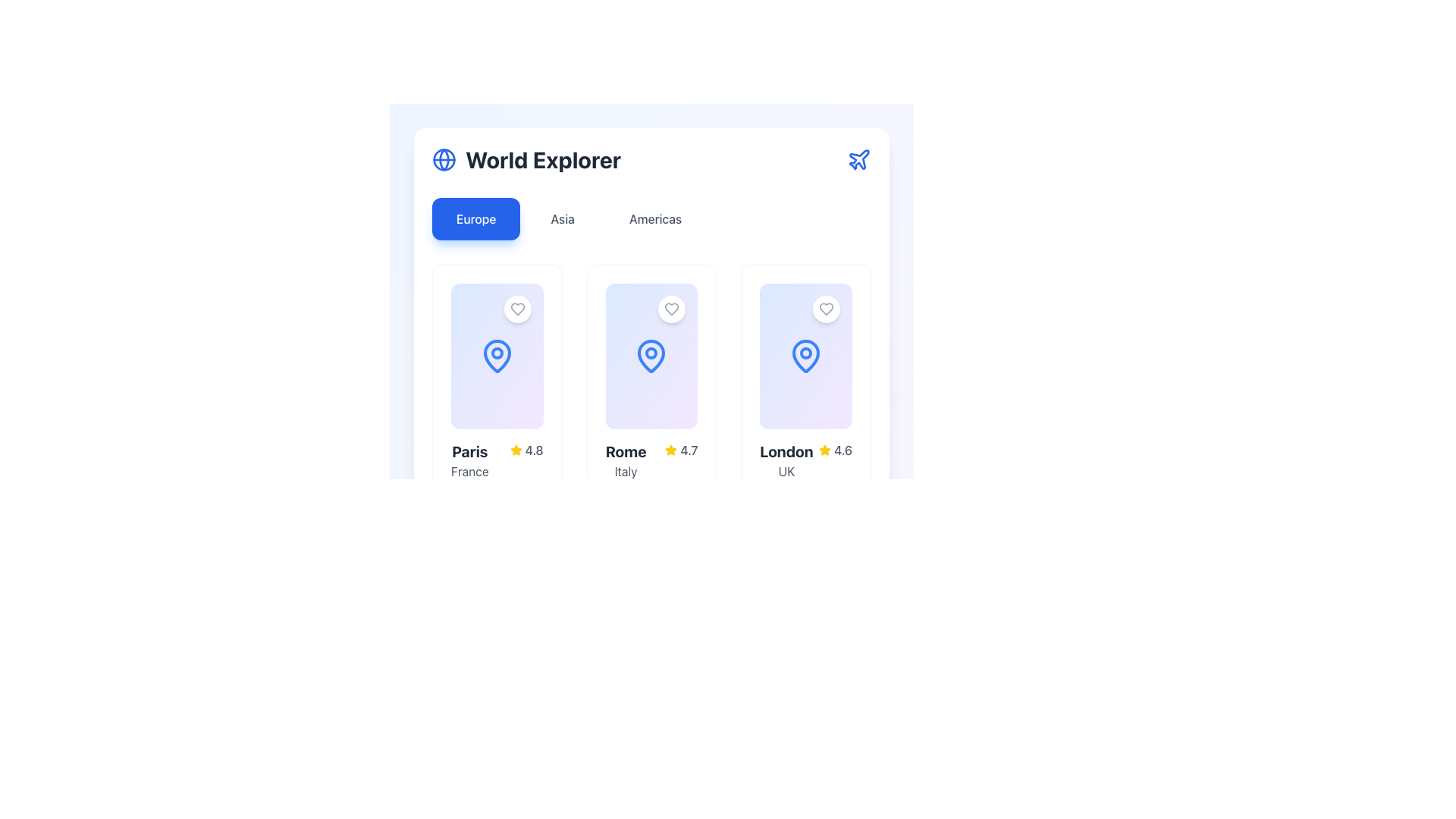  I want to click on the geographic location marker icon situated in the first card labeled 'Paris\nFrance' which displays a rating with stars, so click(497, 356).